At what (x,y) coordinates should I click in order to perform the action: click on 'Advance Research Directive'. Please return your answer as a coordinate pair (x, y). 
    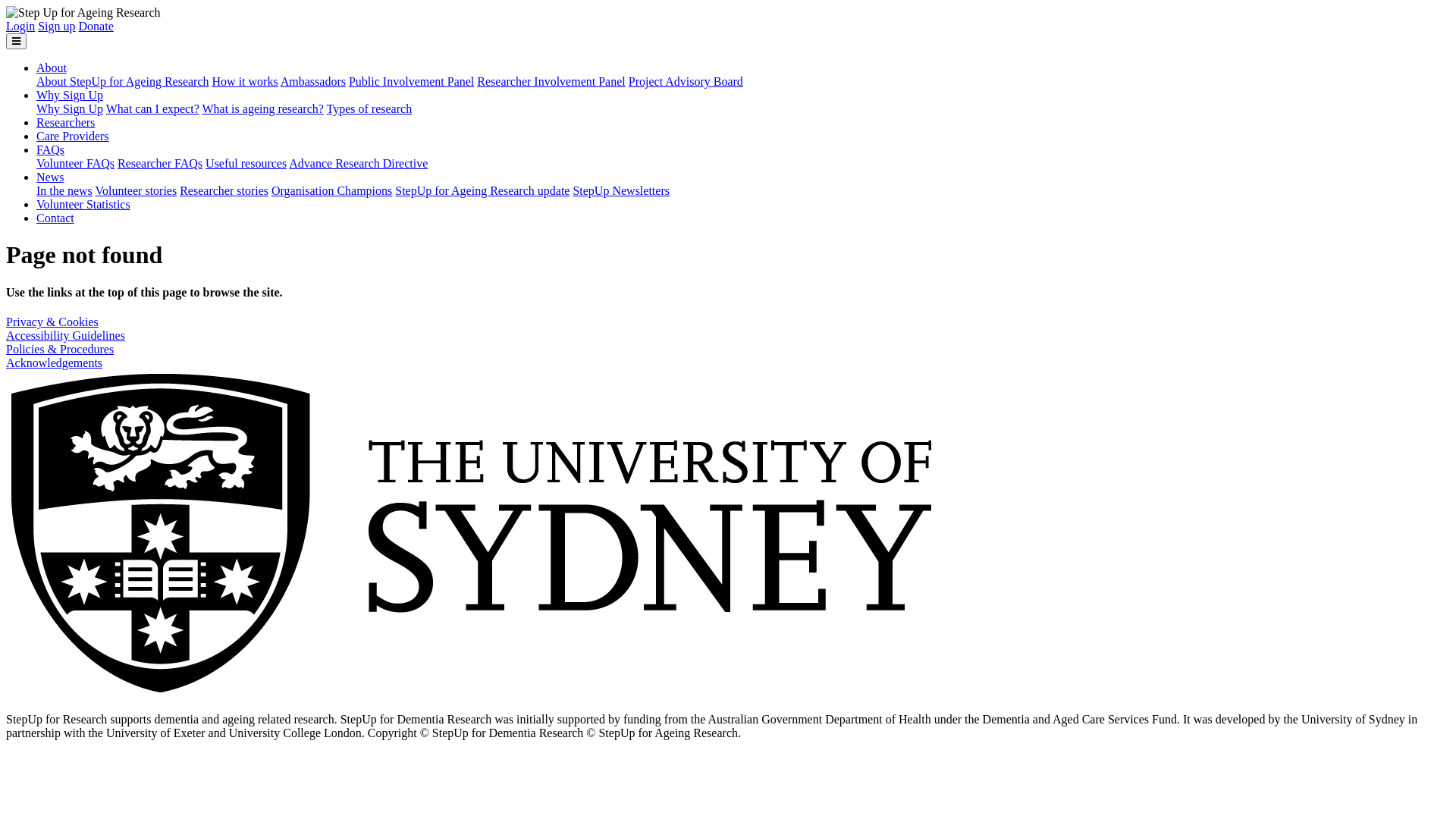
    Looking at the image, I should click on (288, 163).